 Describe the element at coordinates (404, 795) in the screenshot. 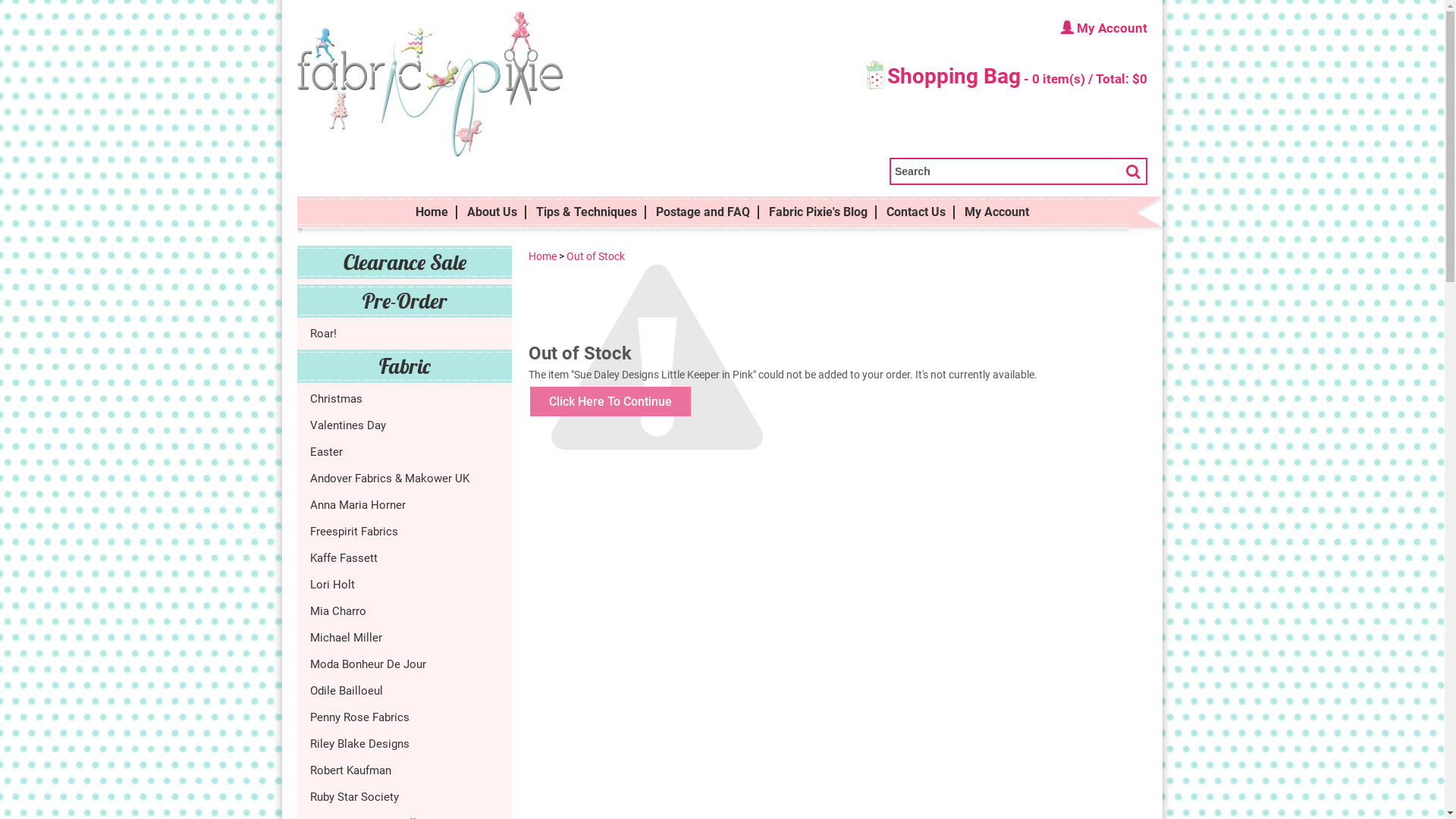

I see `'Ruby Star Society'` at that location.